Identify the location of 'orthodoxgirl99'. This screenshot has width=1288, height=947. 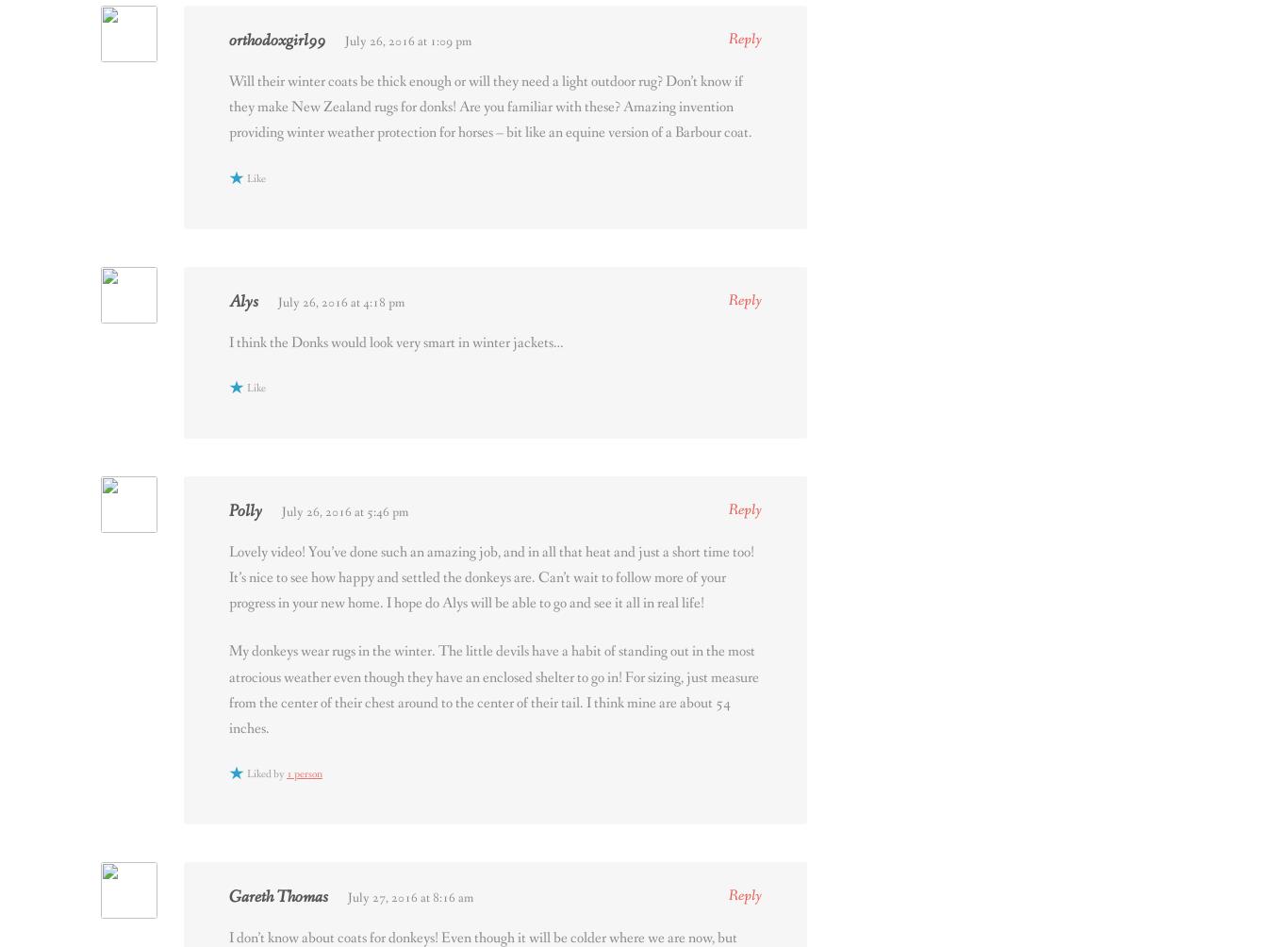
(276, 40).